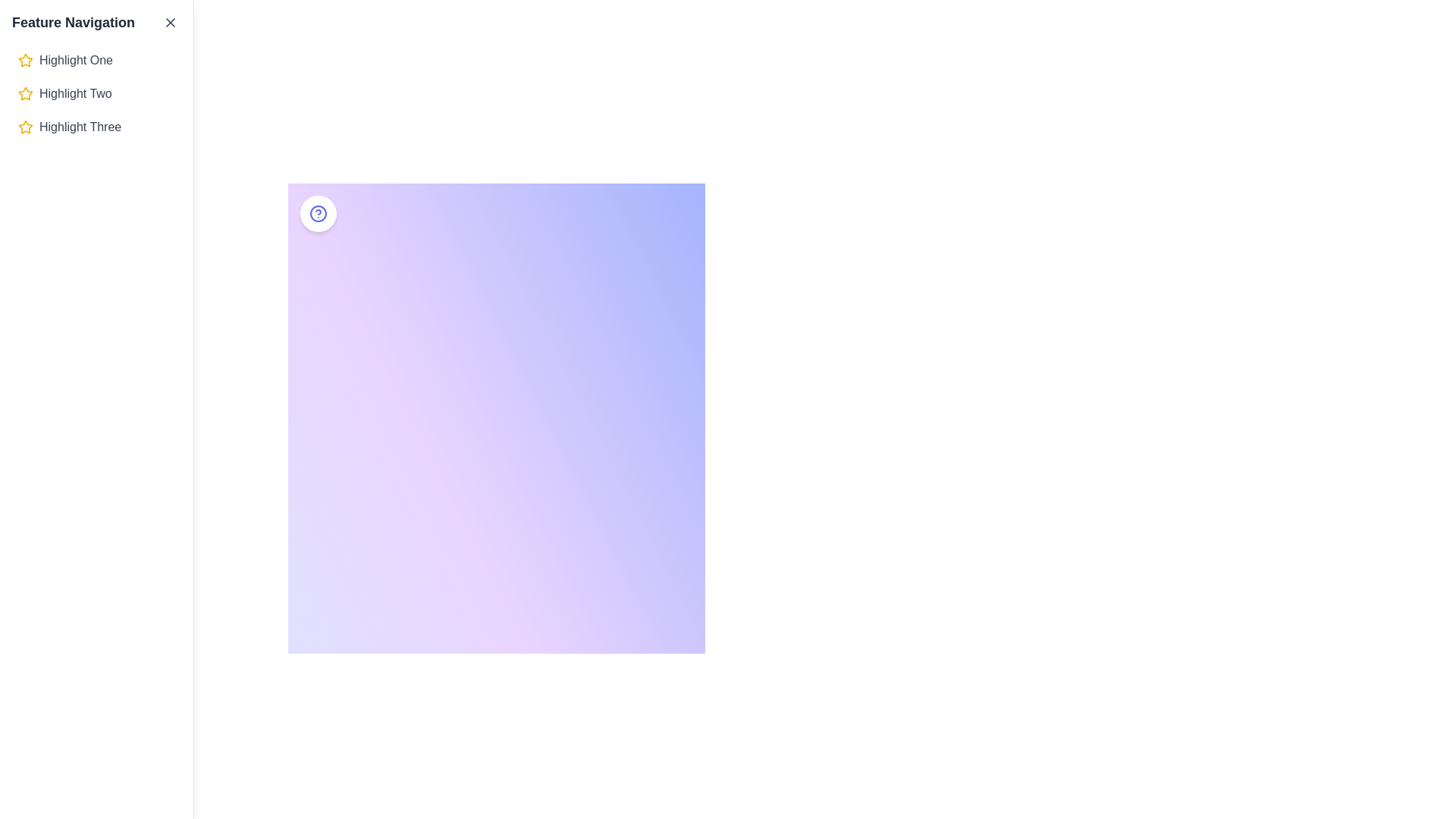  I want to click on the interactive list item labeled 'Highlight Three' with a star icon in the left-hand sidebar under 'Feature Navigation', so click(96, 127).